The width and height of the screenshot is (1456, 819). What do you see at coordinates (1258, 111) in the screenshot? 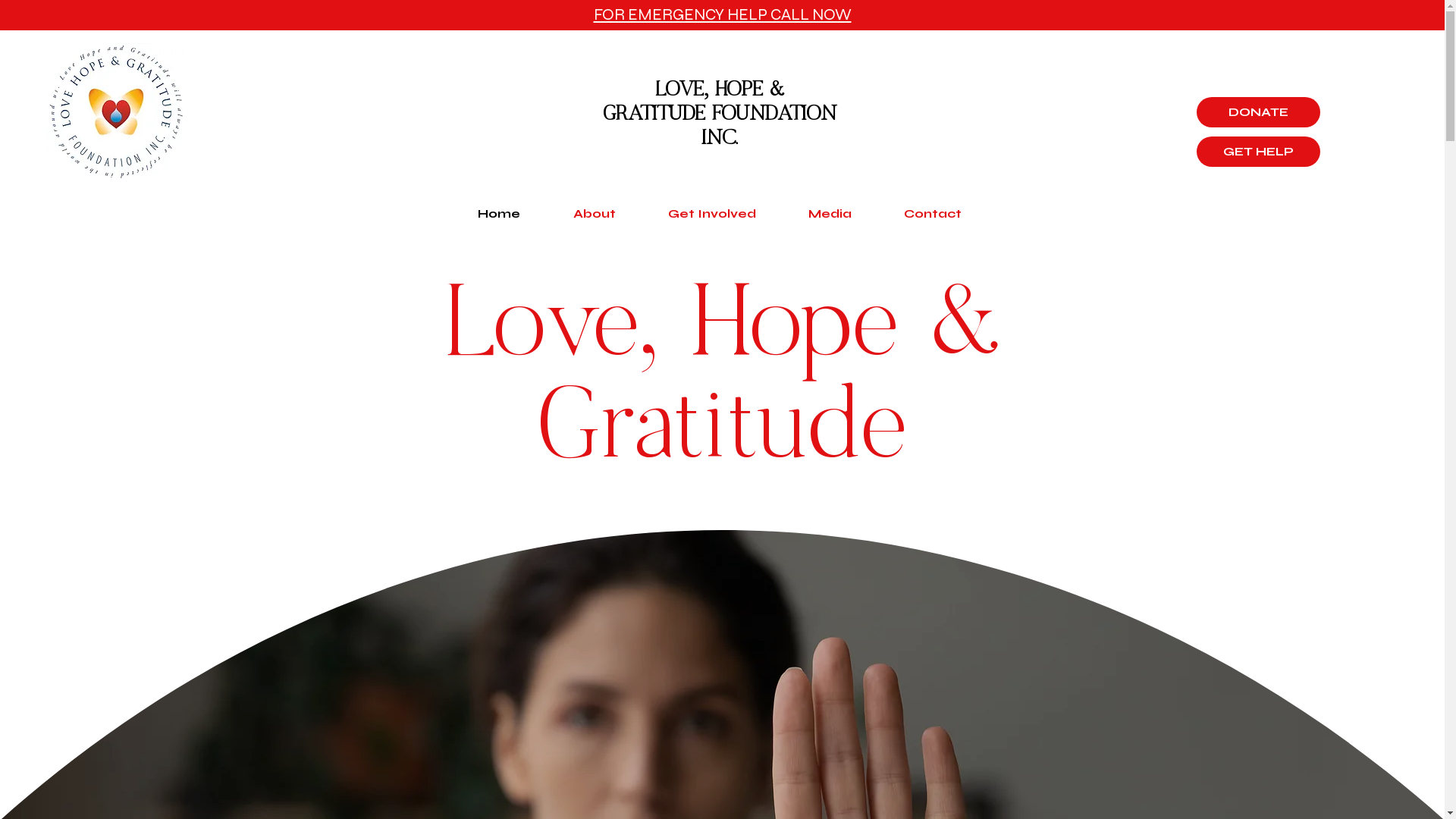
I see `'DONATE'` at bounding box center [1258, 111].